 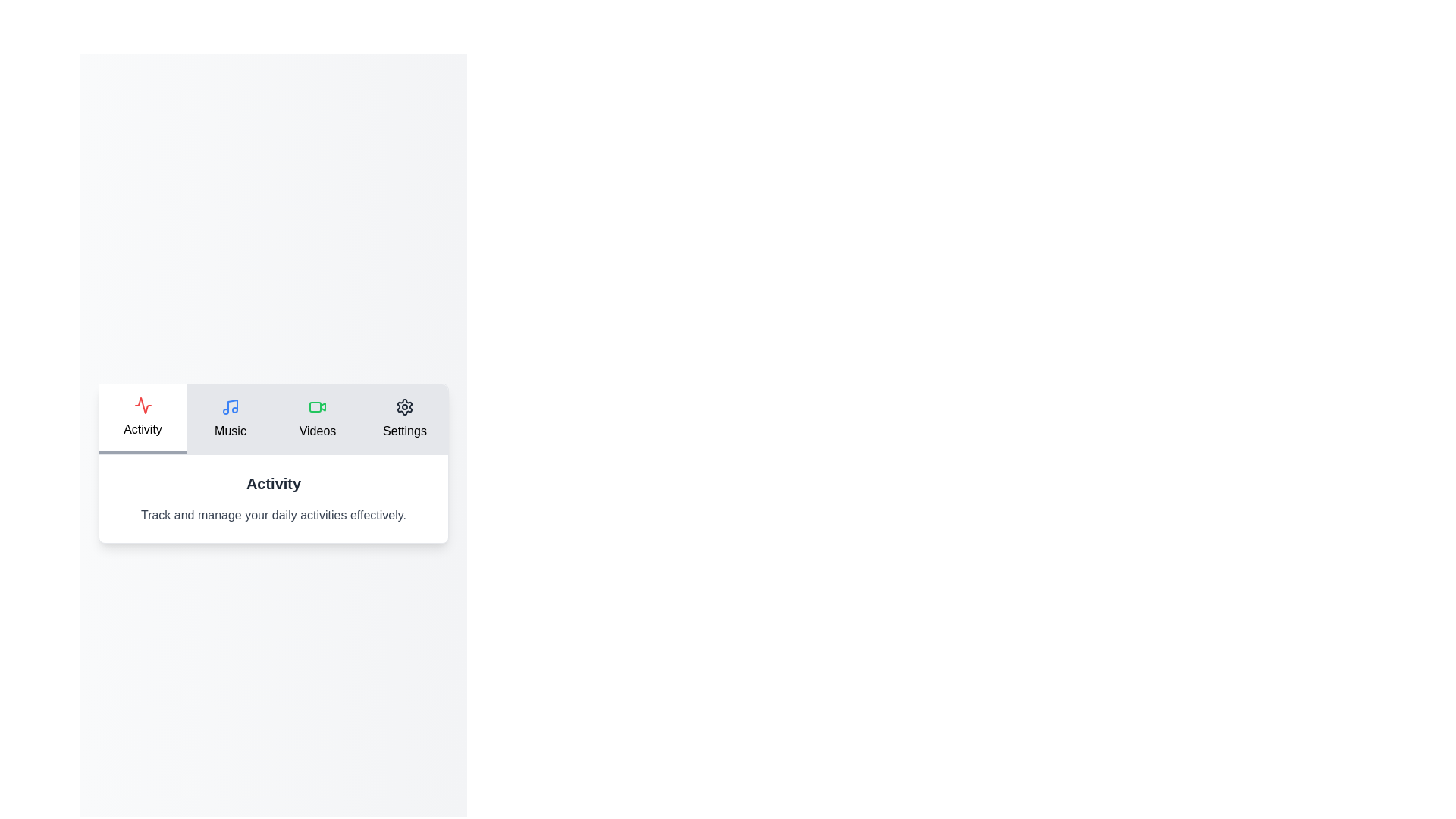 I want to click on the tab Activity to display its associated content, so click(x=143, y=419).